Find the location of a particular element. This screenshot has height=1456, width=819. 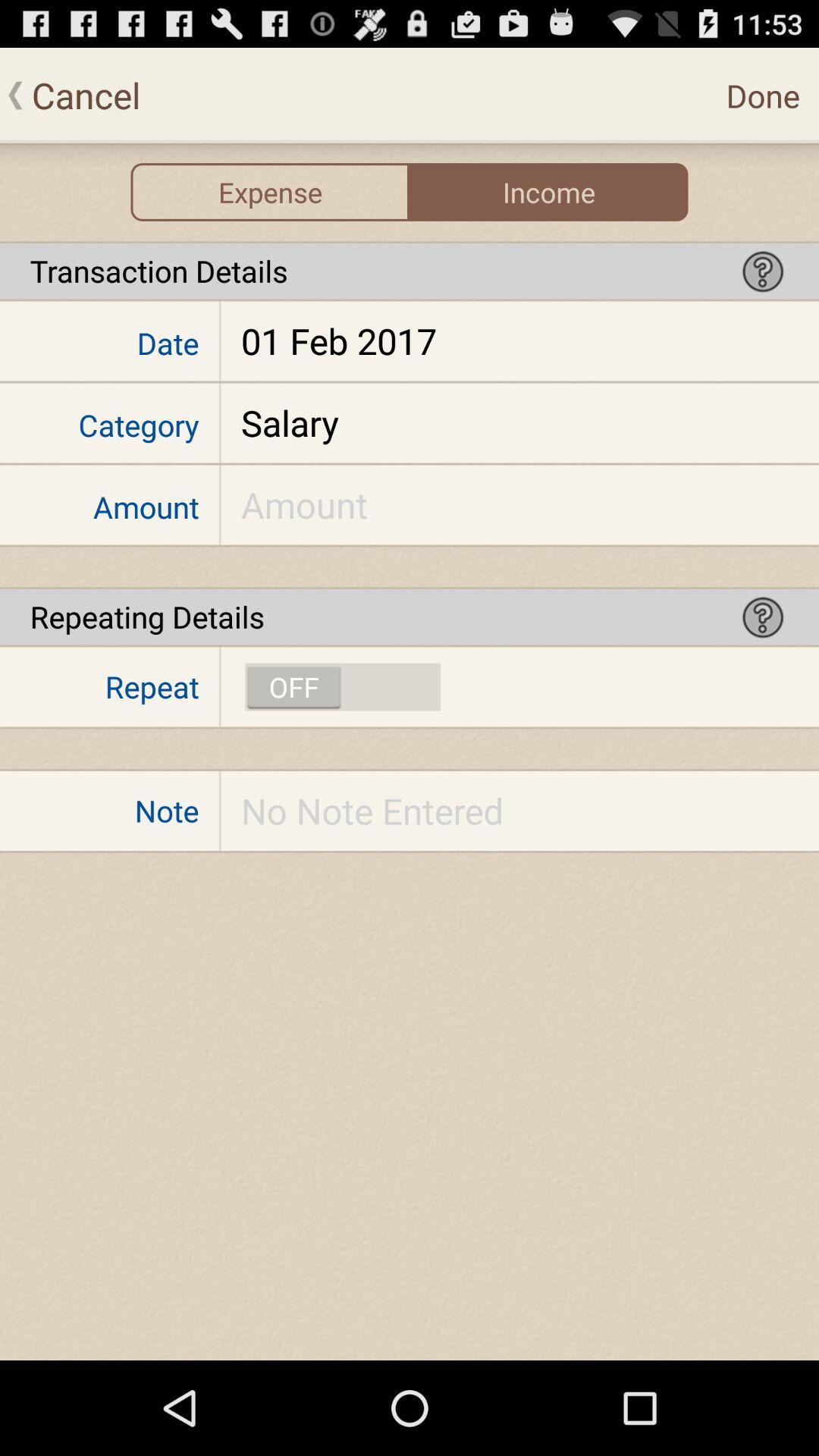

the help icon is located at coordinates (763, 290).